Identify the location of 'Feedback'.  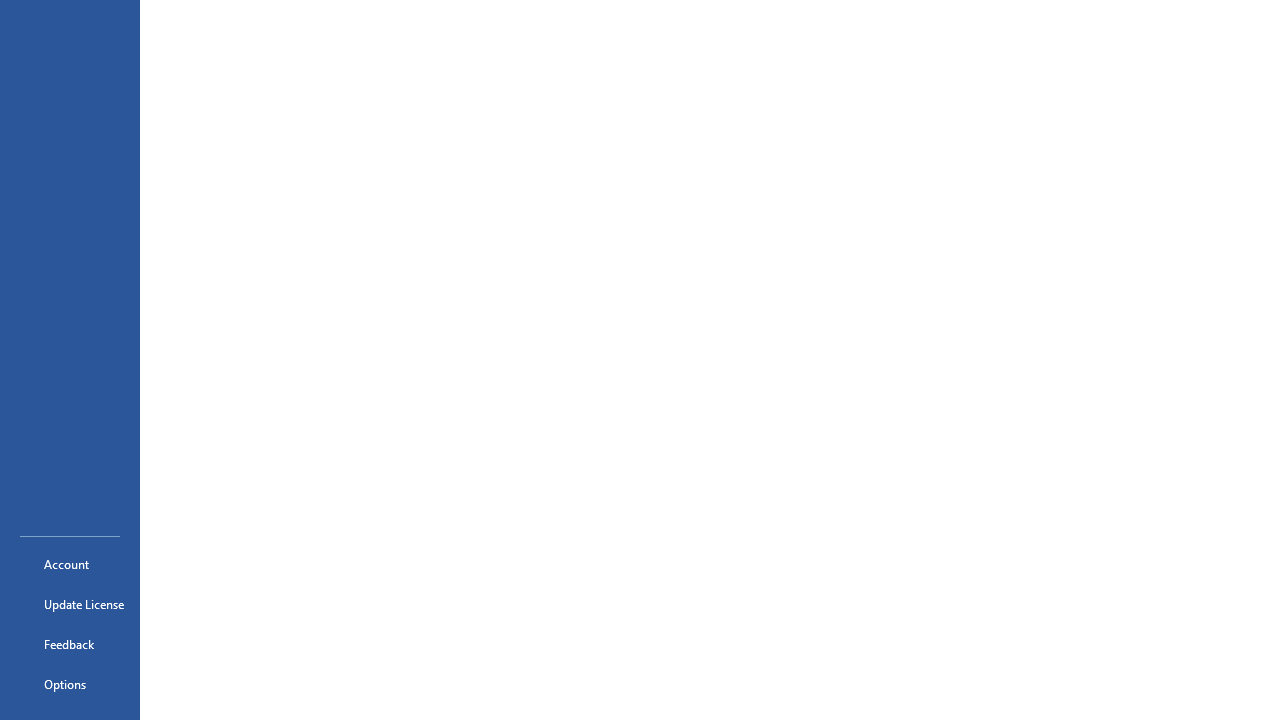
(69, 644).